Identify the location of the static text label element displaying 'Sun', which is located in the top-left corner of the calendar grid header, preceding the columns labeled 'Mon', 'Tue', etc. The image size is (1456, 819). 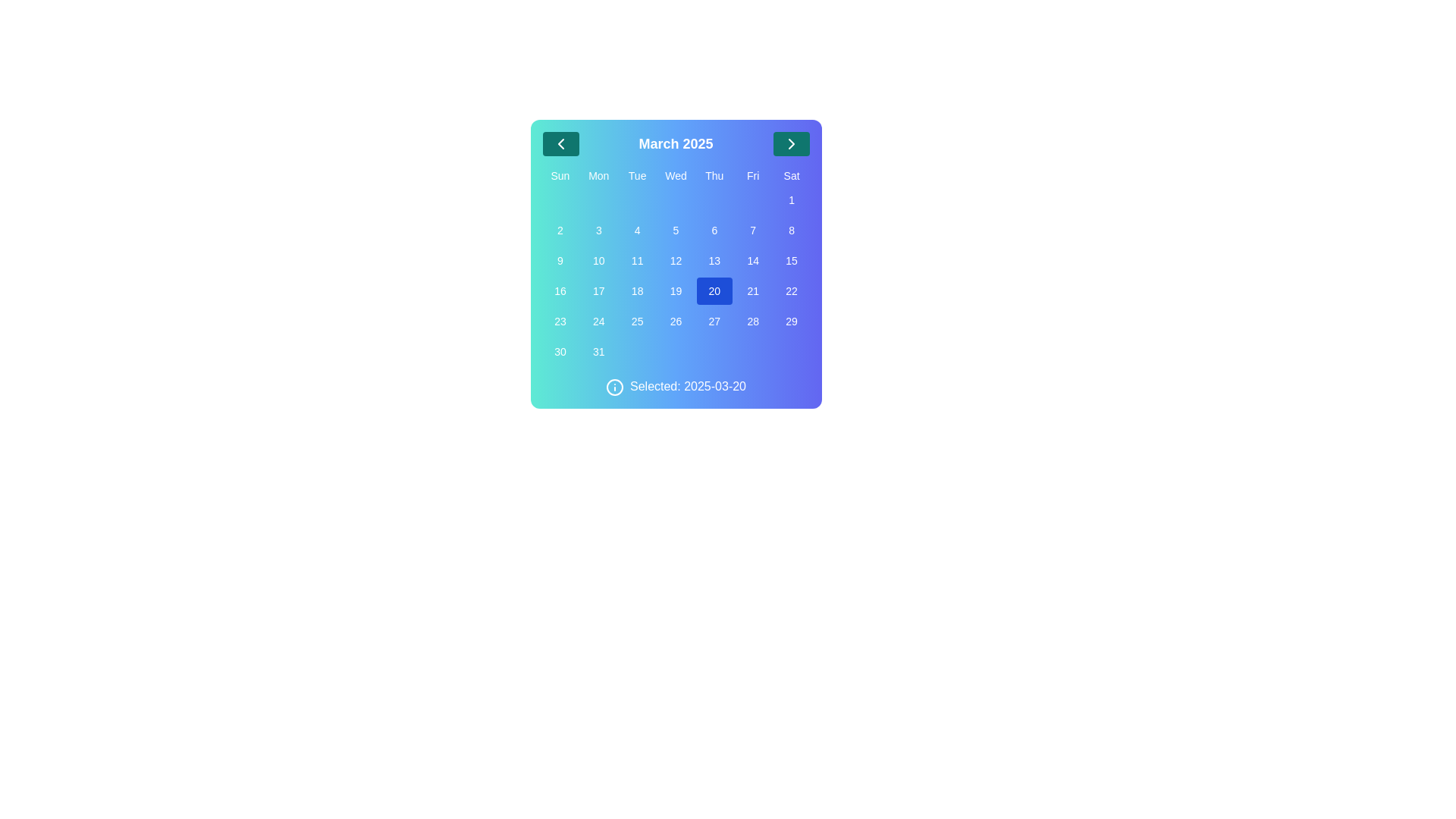
(560, 174).